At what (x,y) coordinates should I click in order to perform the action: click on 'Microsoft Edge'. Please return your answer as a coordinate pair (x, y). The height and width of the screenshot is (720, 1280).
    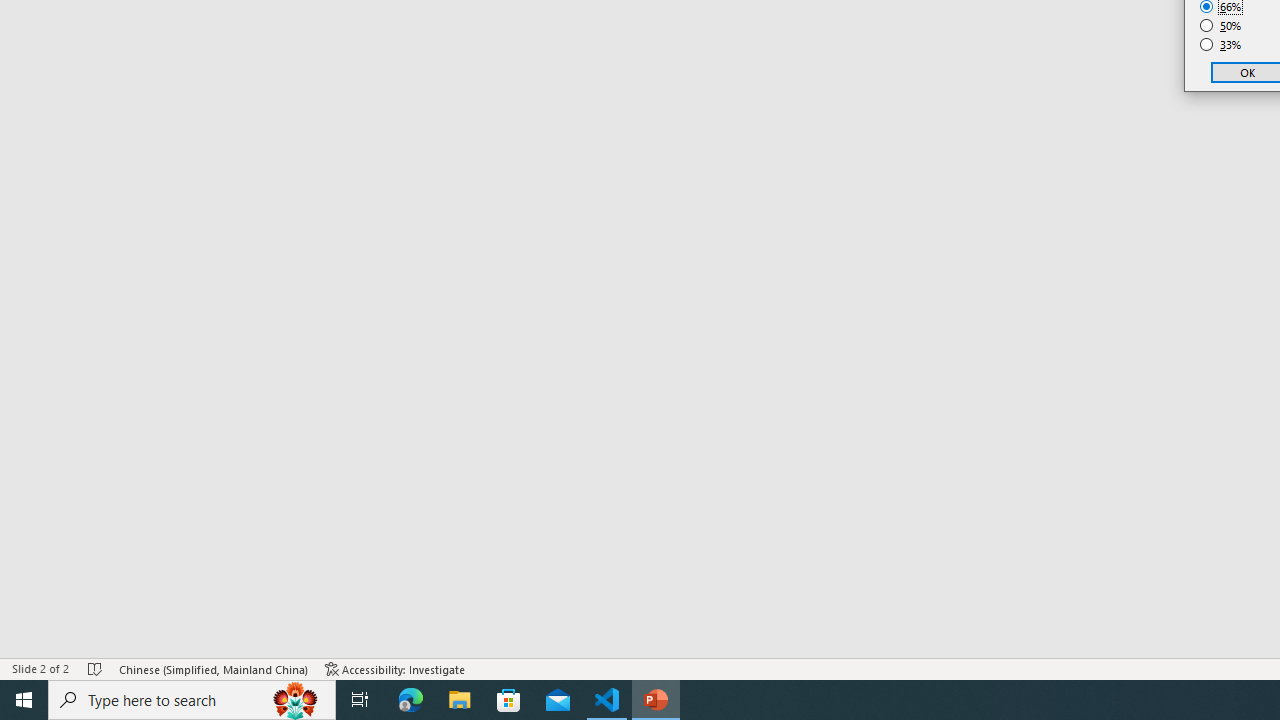
    Looking at the image, I should click on (410, 698).